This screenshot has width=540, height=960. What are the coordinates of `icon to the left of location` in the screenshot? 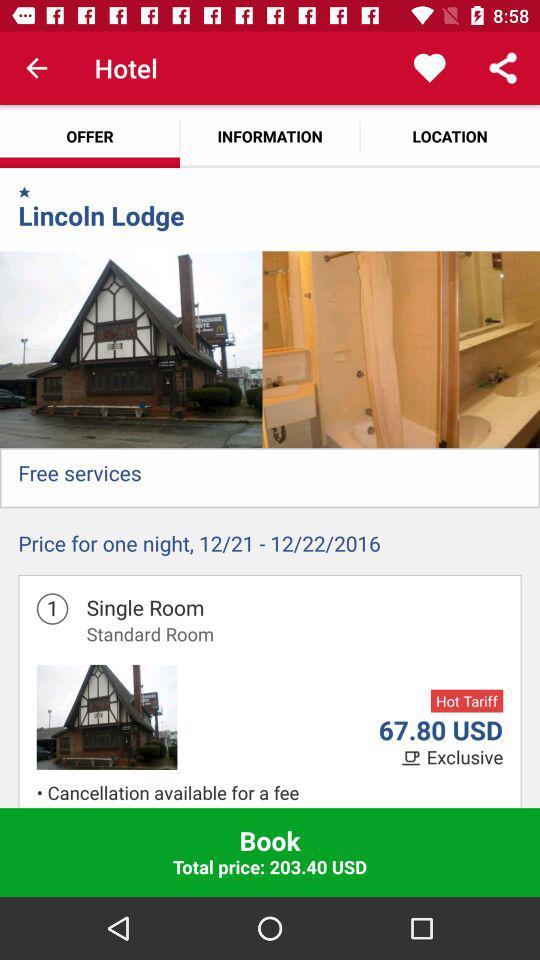 It's located at (270, 135).